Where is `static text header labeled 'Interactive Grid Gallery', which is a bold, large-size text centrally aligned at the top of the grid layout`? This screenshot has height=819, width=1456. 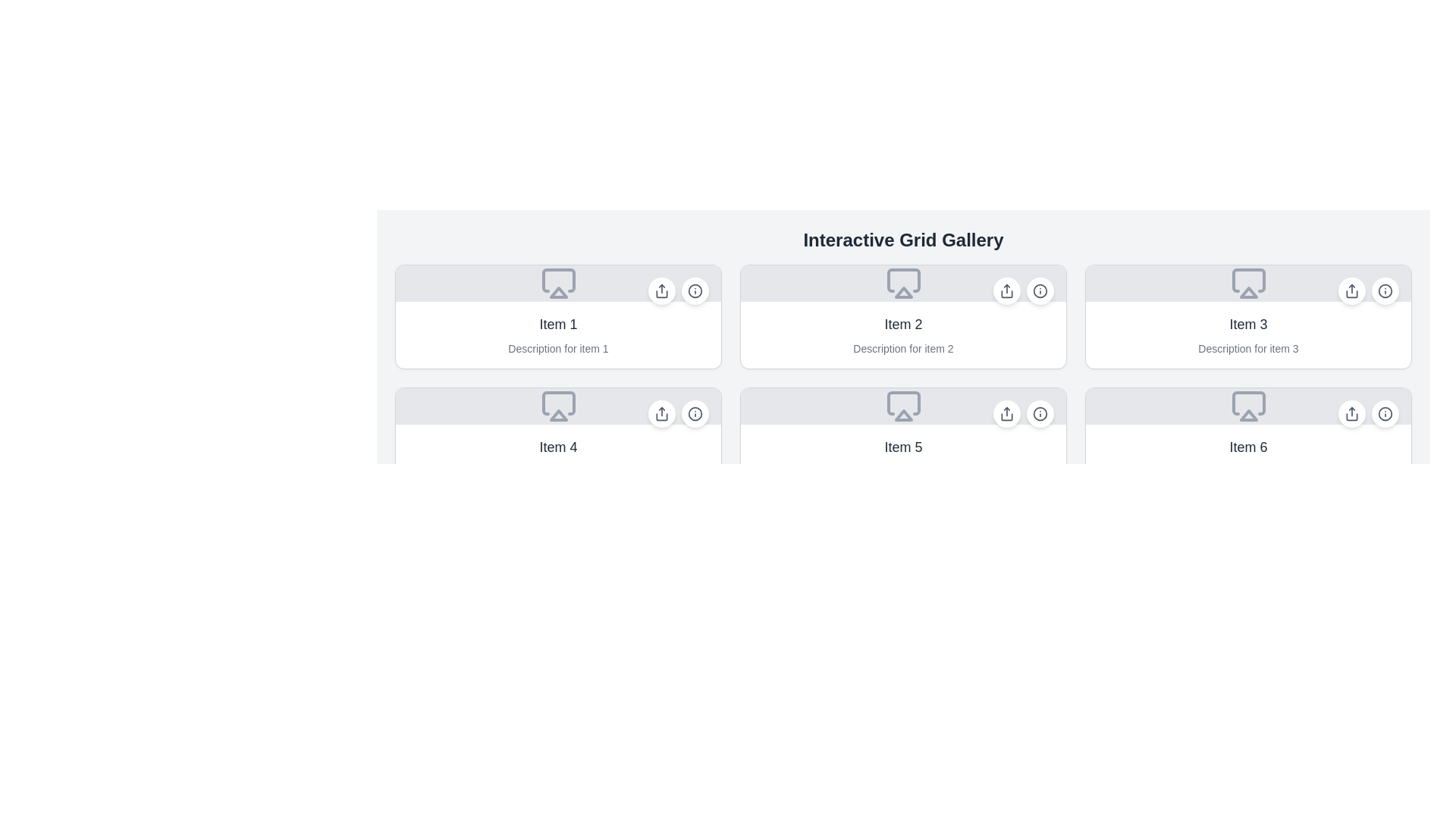 static text header labeled 'Interactive Grid Gallery', which is a bold, large-size text centrally aligned at the top of the grid layout is located at coordinates (903, 239).